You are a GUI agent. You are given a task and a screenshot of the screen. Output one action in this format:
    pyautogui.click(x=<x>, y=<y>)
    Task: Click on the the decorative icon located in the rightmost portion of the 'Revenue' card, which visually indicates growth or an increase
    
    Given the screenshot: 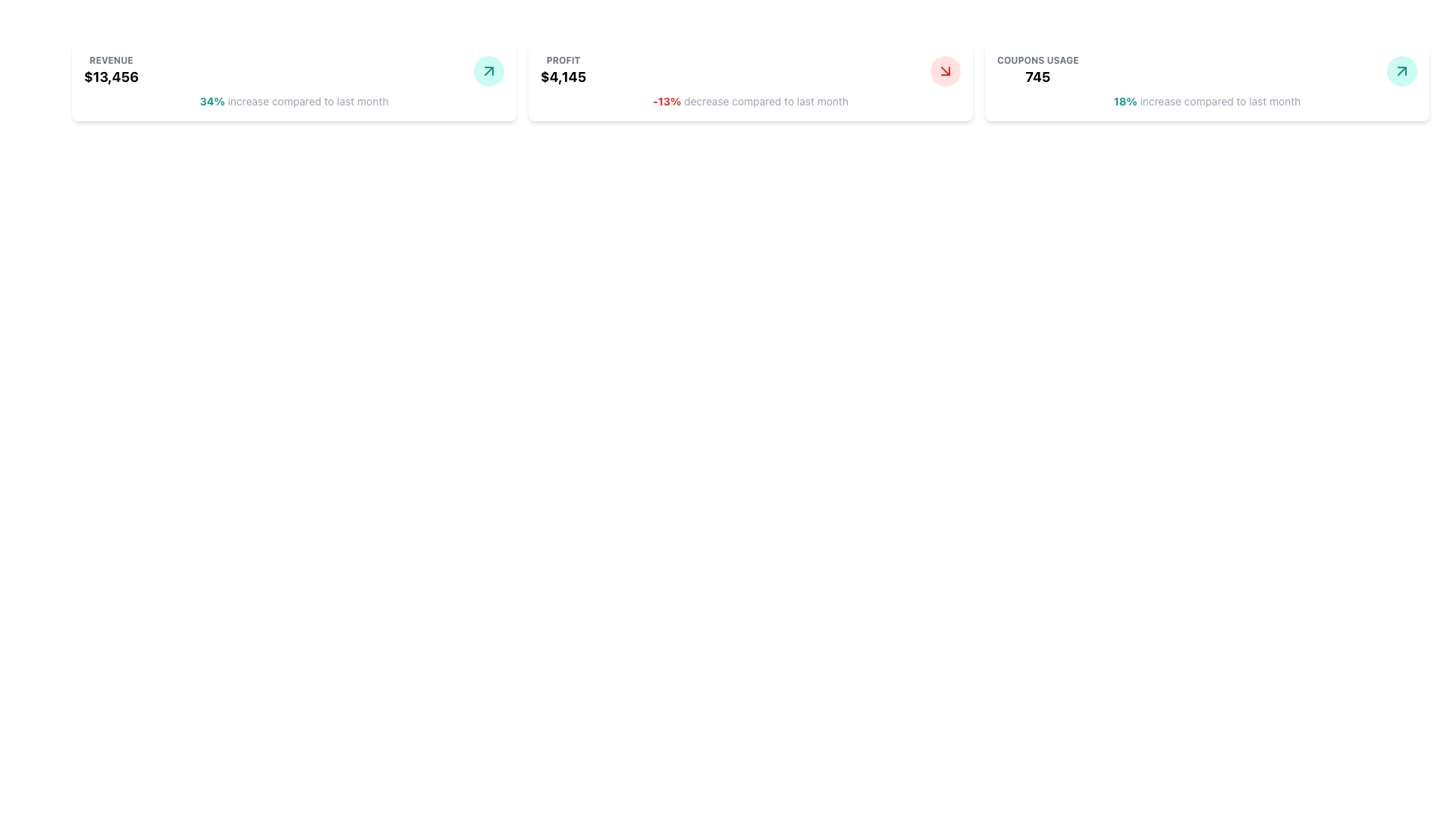 What is the action you would take?
    pyautogui.click(x=488, y=71)
    